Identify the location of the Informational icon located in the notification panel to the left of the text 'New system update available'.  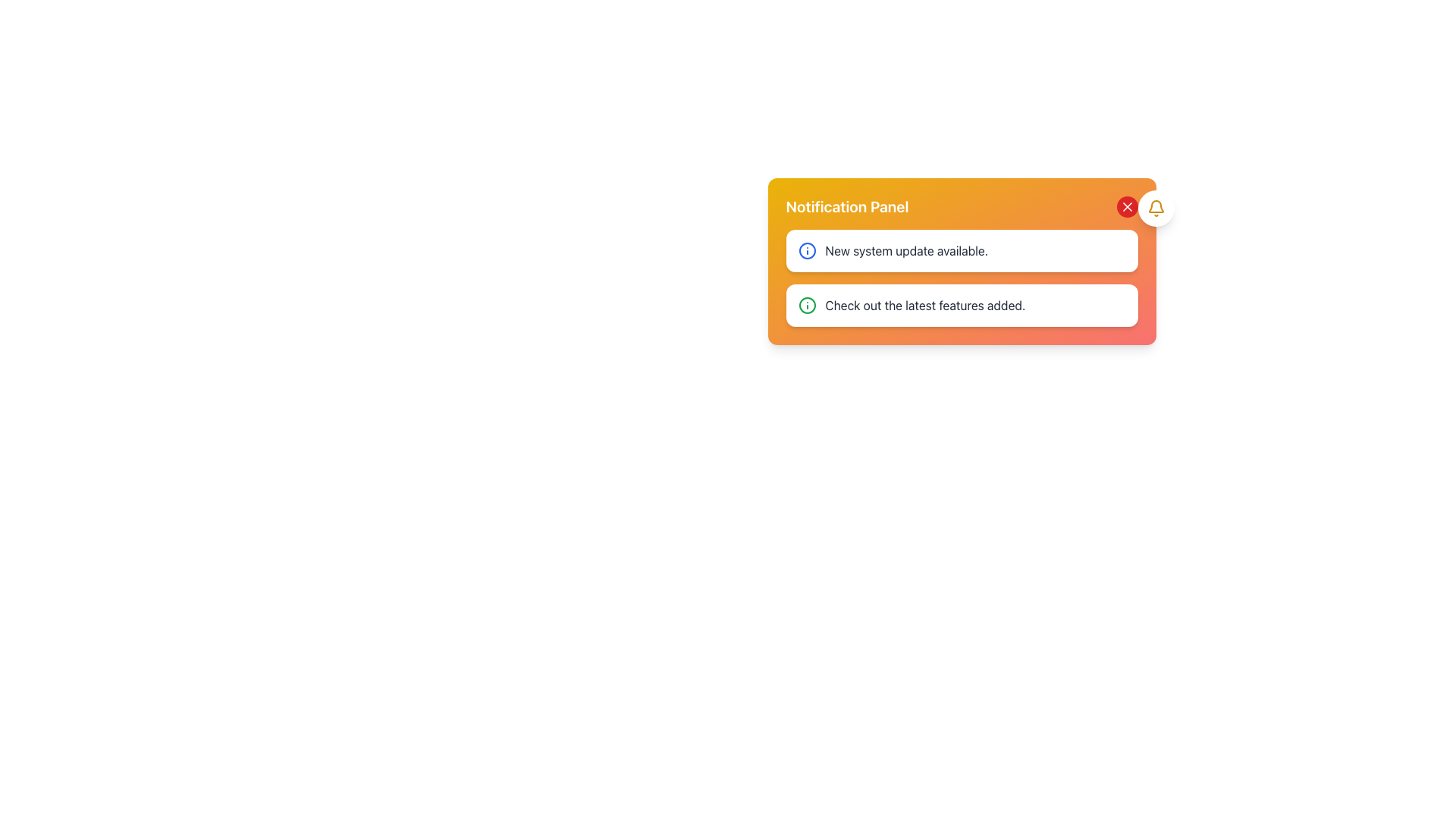
(806, 250).